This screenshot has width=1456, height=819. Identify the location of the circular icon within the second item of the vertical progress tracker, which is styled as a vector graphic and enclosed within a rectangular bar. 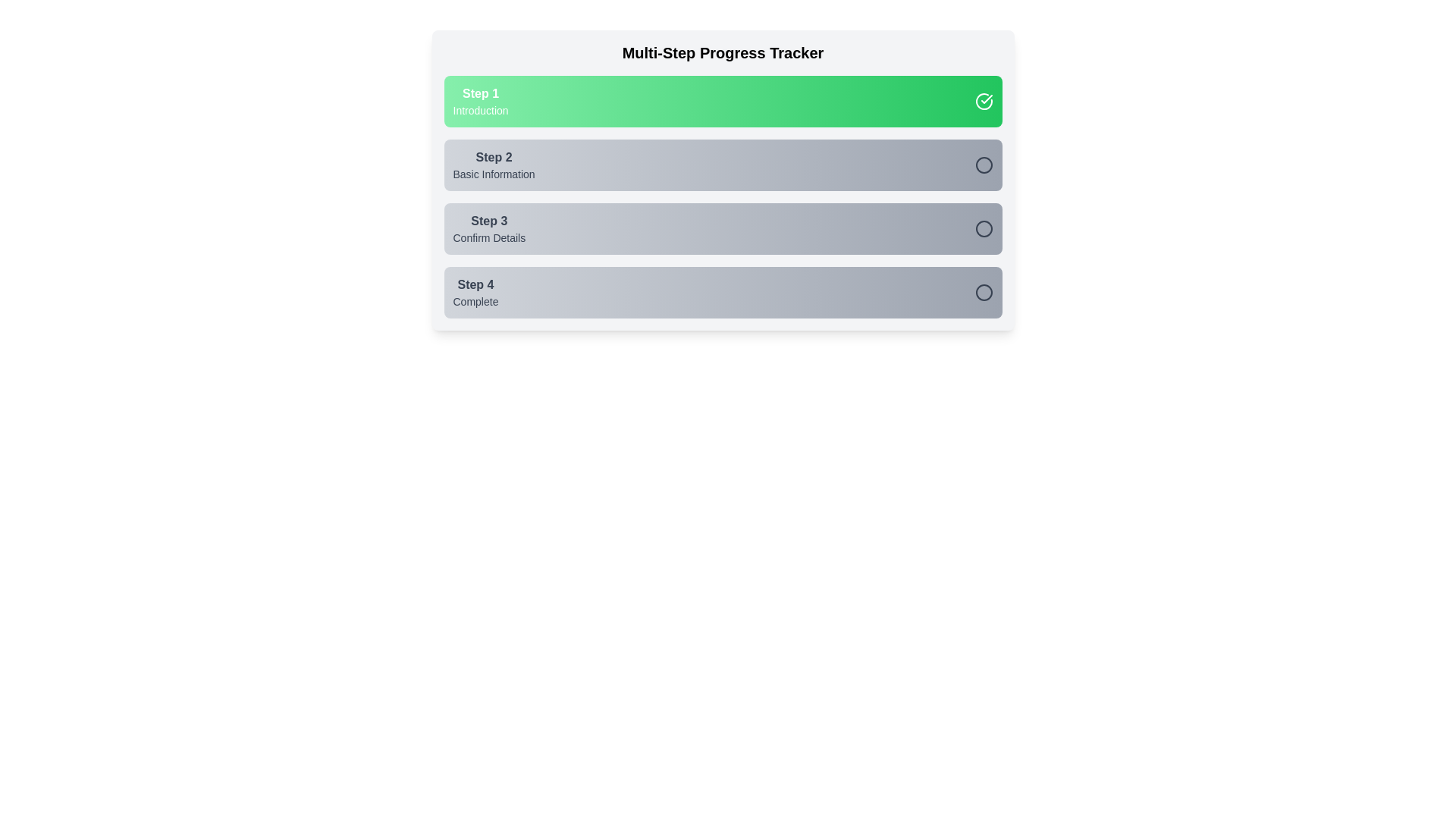
(984, 165).